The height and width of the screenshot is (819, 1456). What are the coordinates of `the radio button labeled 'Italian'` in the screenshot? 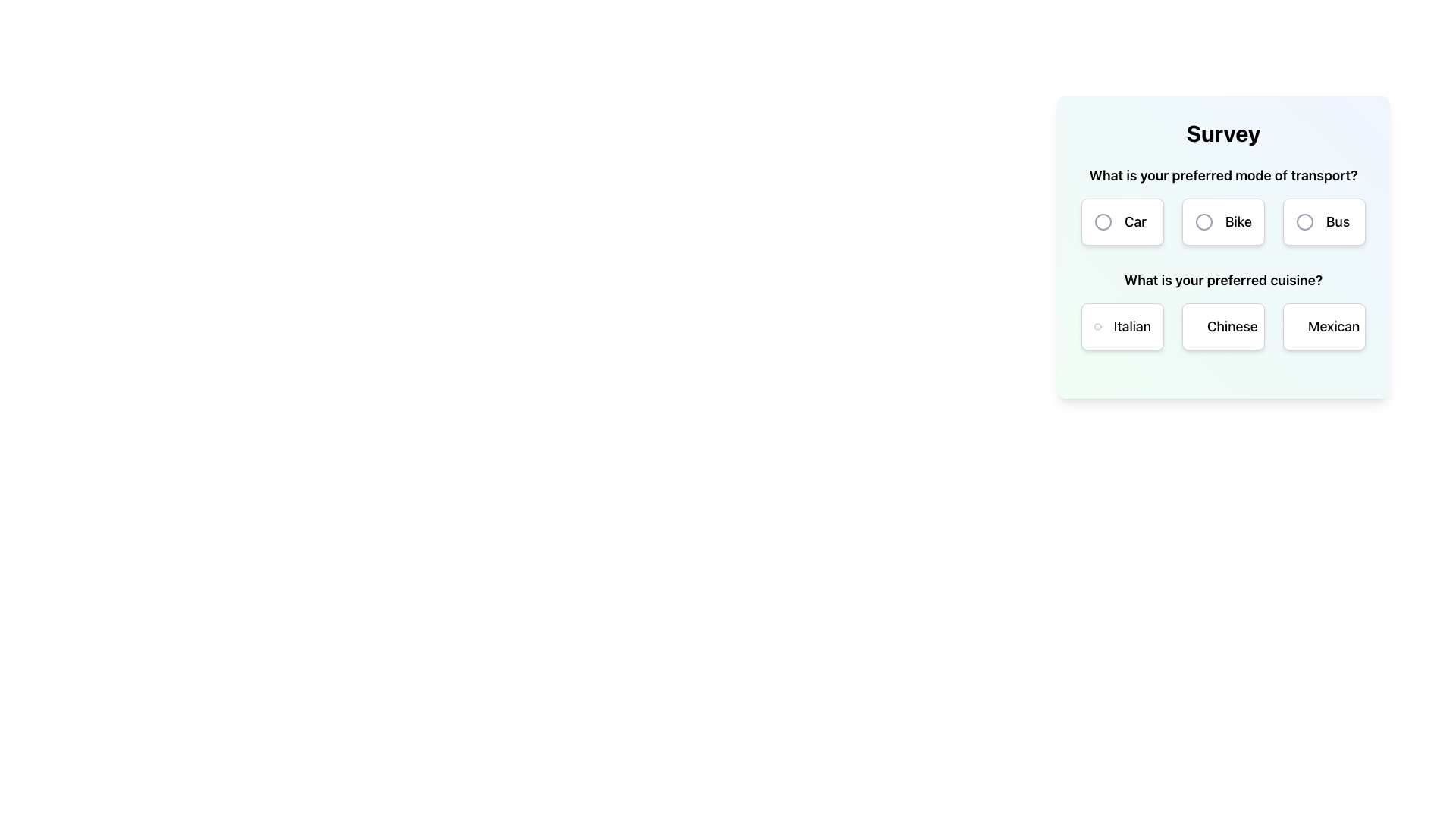 It's located at (1122, 326).